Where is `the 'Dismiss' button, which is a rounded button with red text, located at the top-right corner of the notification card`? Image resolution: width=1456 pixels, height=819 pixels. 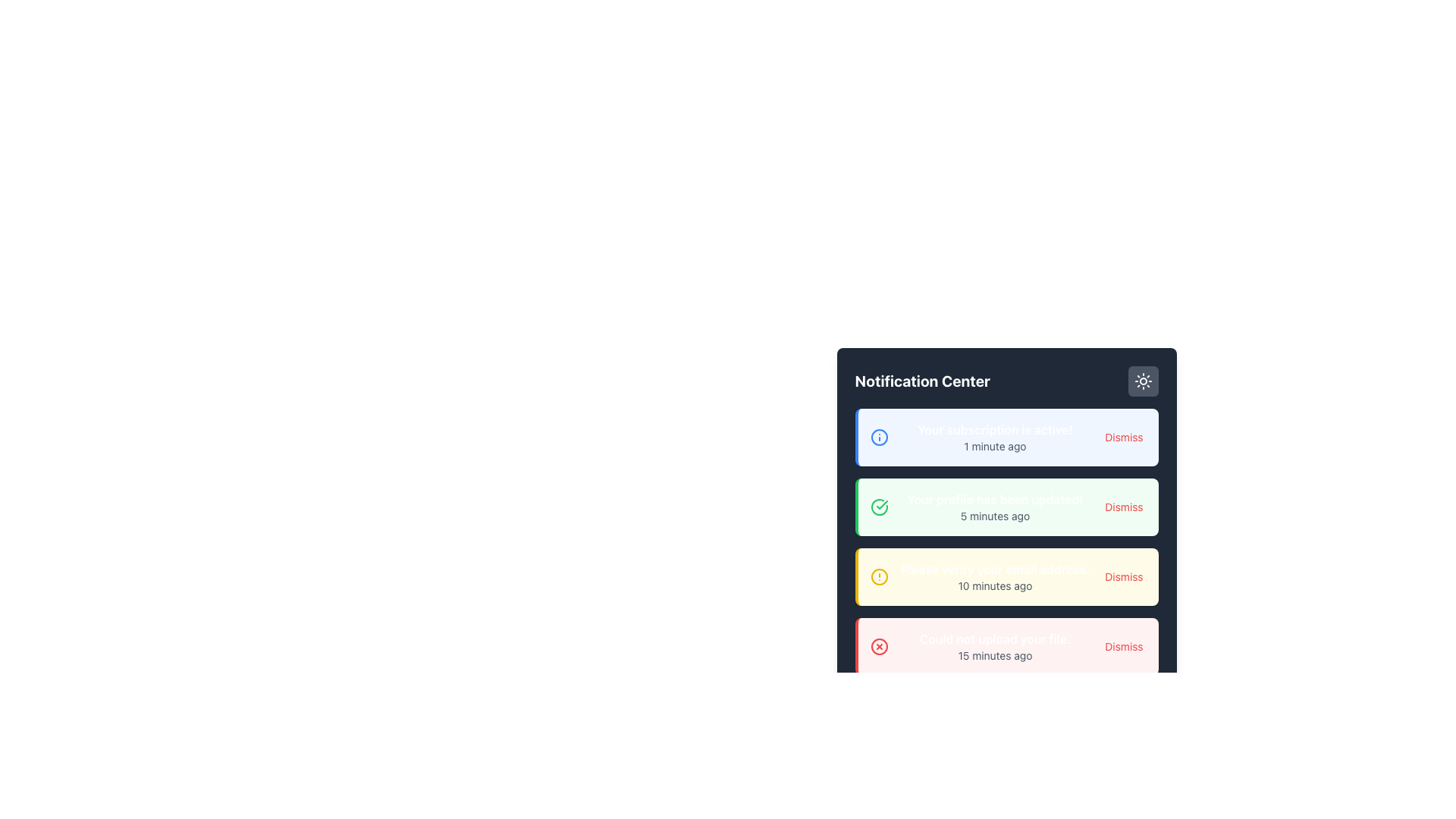
the 'Dismiss' button, which is a rounded button with red text, located at the top-right corner of the notification card is located at coordinates (1124, 438).